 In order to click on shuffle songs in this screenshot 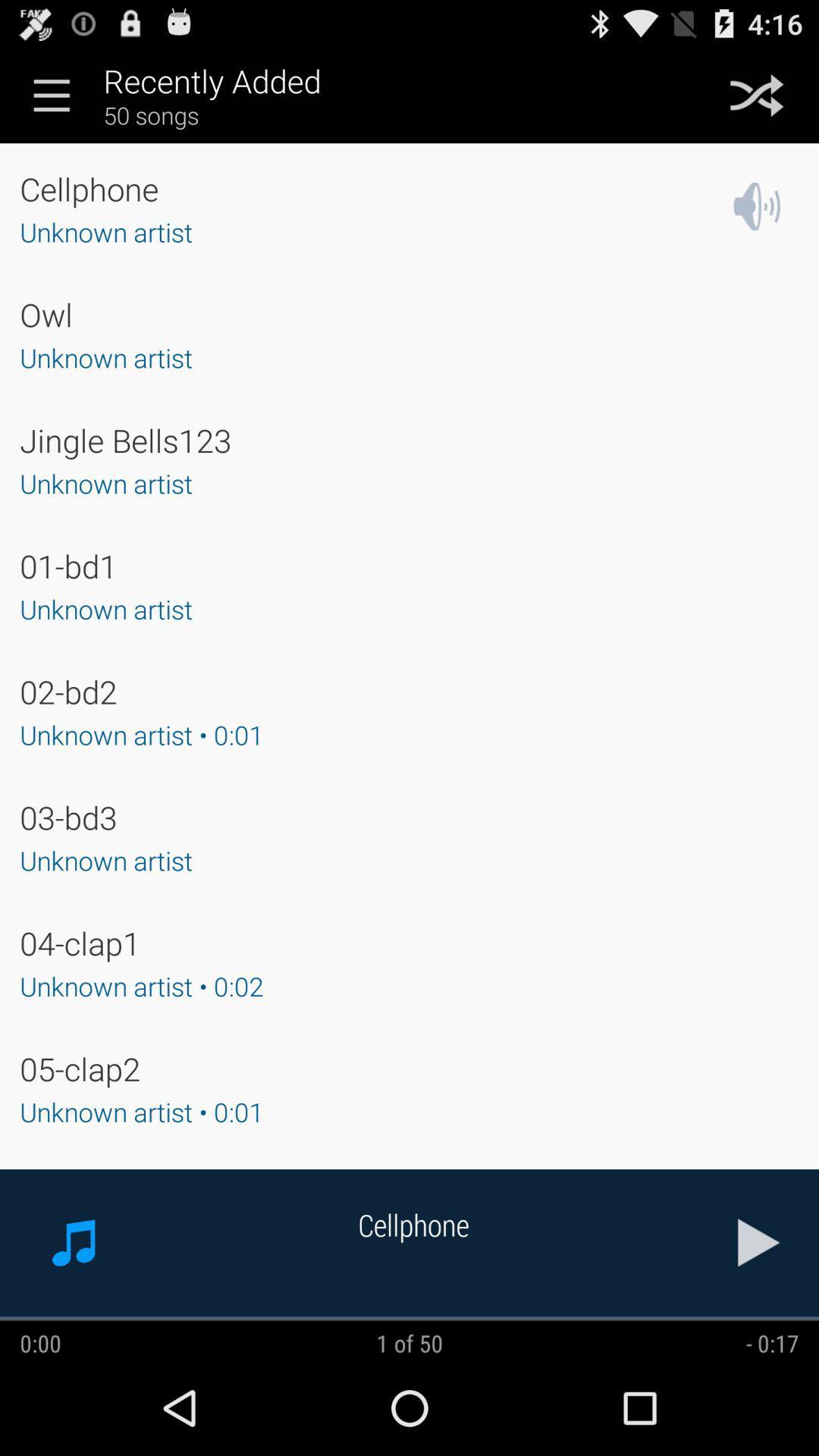, I will do `click(757, 94)`.